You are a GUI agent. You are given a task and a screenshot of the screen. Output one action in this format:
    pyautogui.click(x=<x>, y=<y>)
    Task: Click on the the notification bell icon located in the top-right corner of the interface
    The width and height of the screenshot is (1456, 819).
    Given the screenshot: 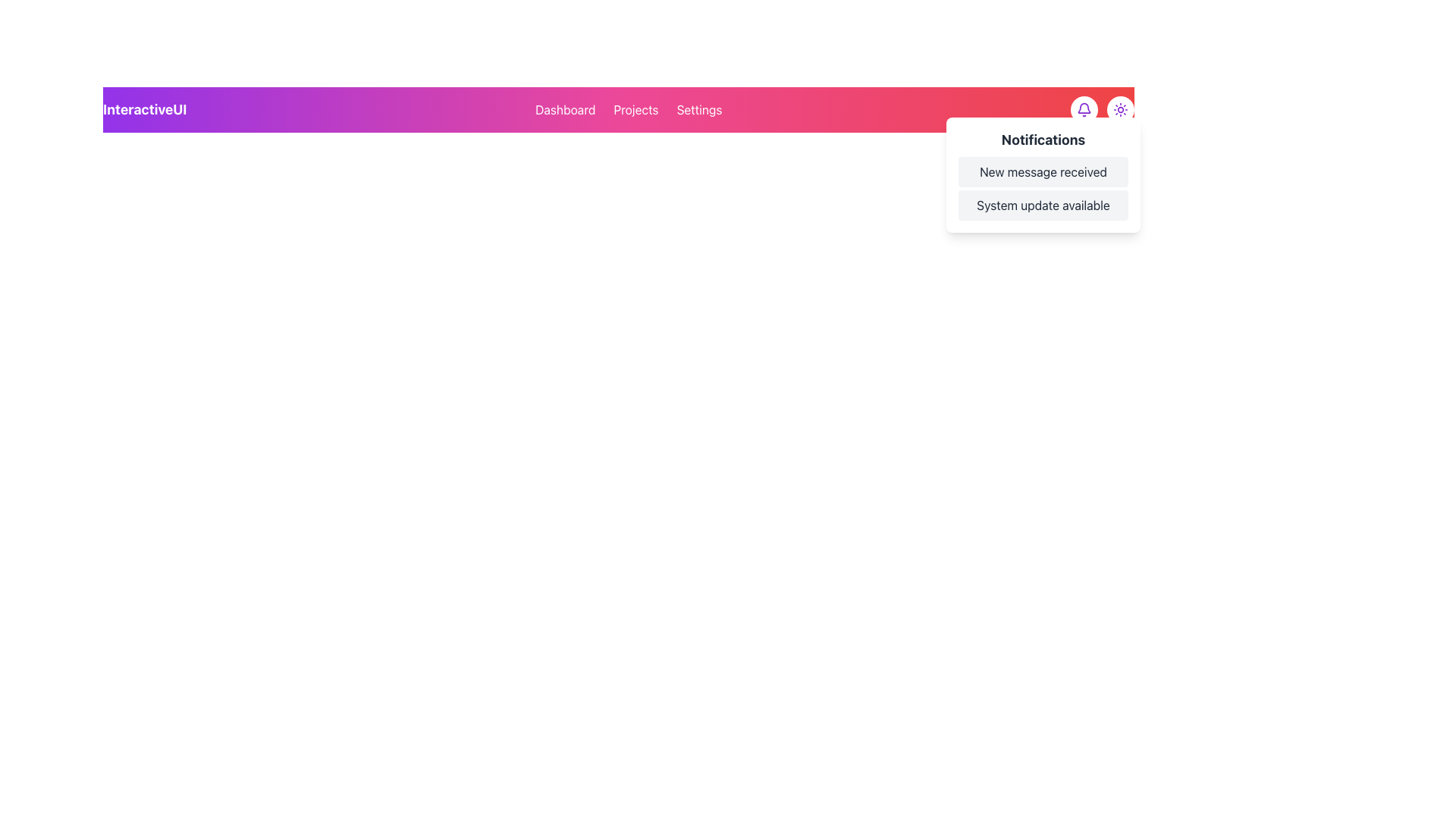 What is the action you would take?
    pyautogui.click(x=1084, y=109)
    